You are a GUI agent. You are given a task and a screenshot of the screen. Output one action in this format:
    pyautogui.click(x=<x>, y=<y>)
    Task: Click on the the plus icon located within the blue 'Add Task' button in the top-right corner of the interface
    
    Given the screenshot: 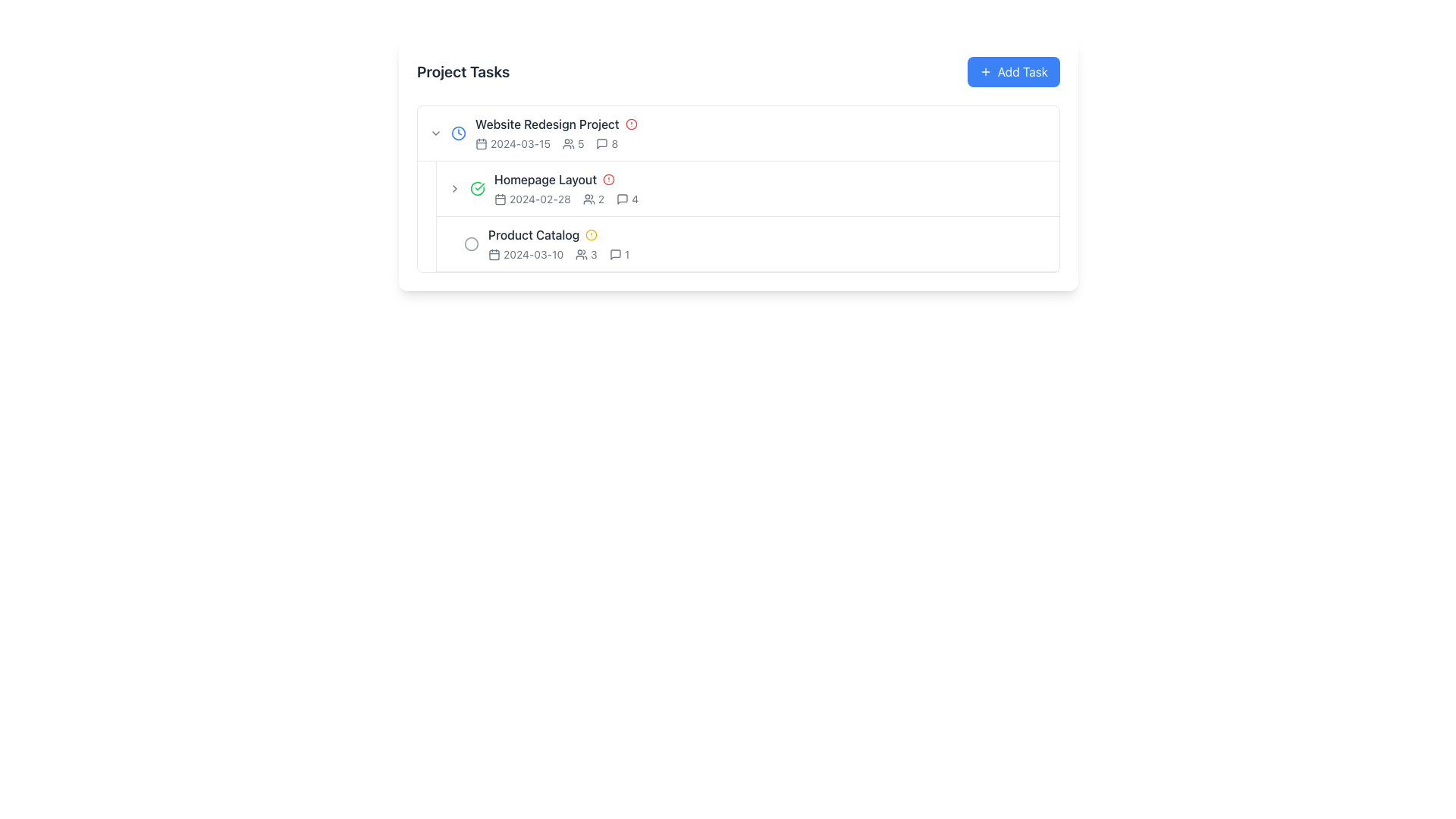 What is the action you would take?
    pyautogui.click(x=985, y=72)
    